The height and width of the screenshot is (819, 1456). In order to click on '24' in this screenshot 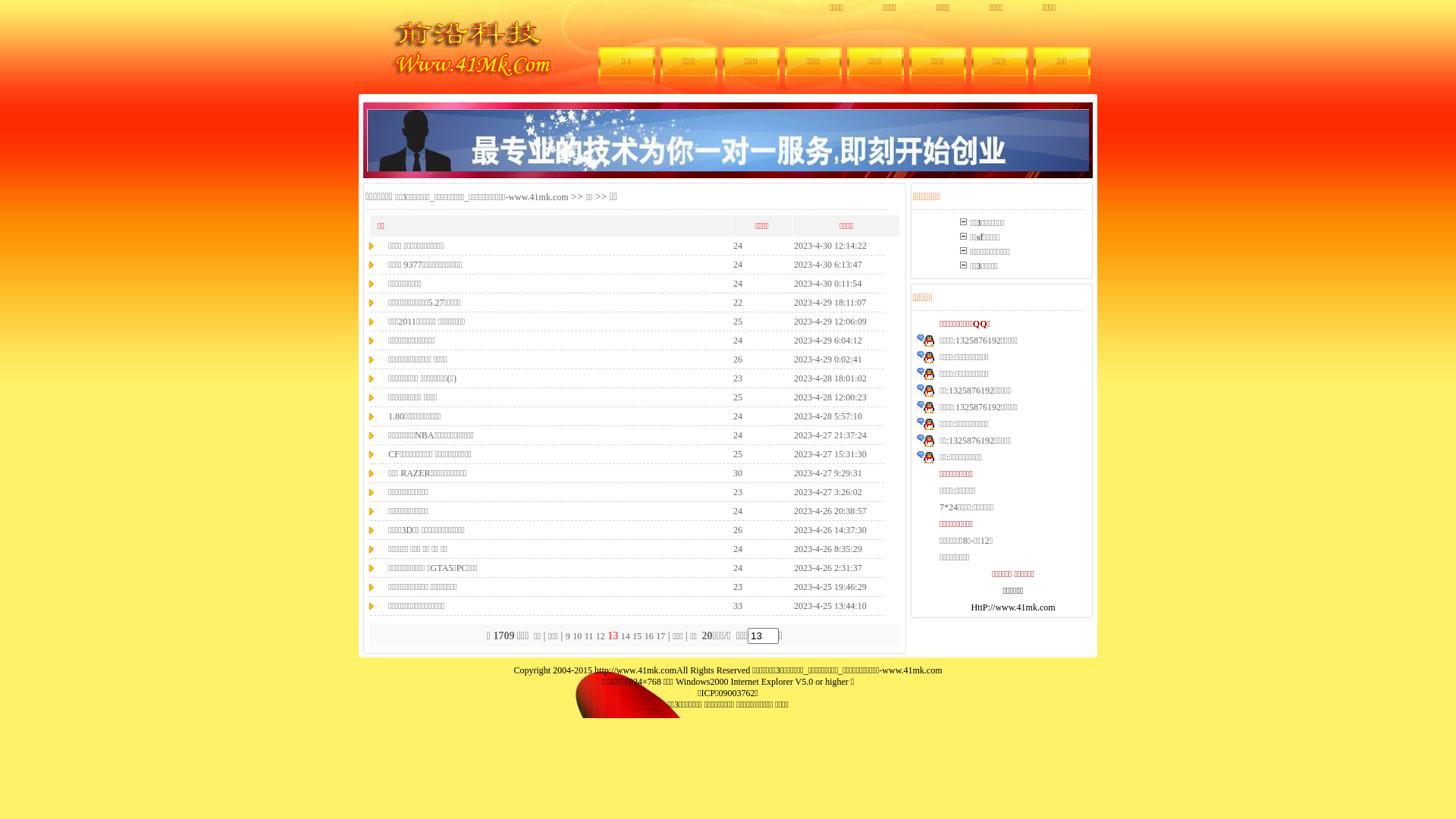, I will do `click(733, 244)`.